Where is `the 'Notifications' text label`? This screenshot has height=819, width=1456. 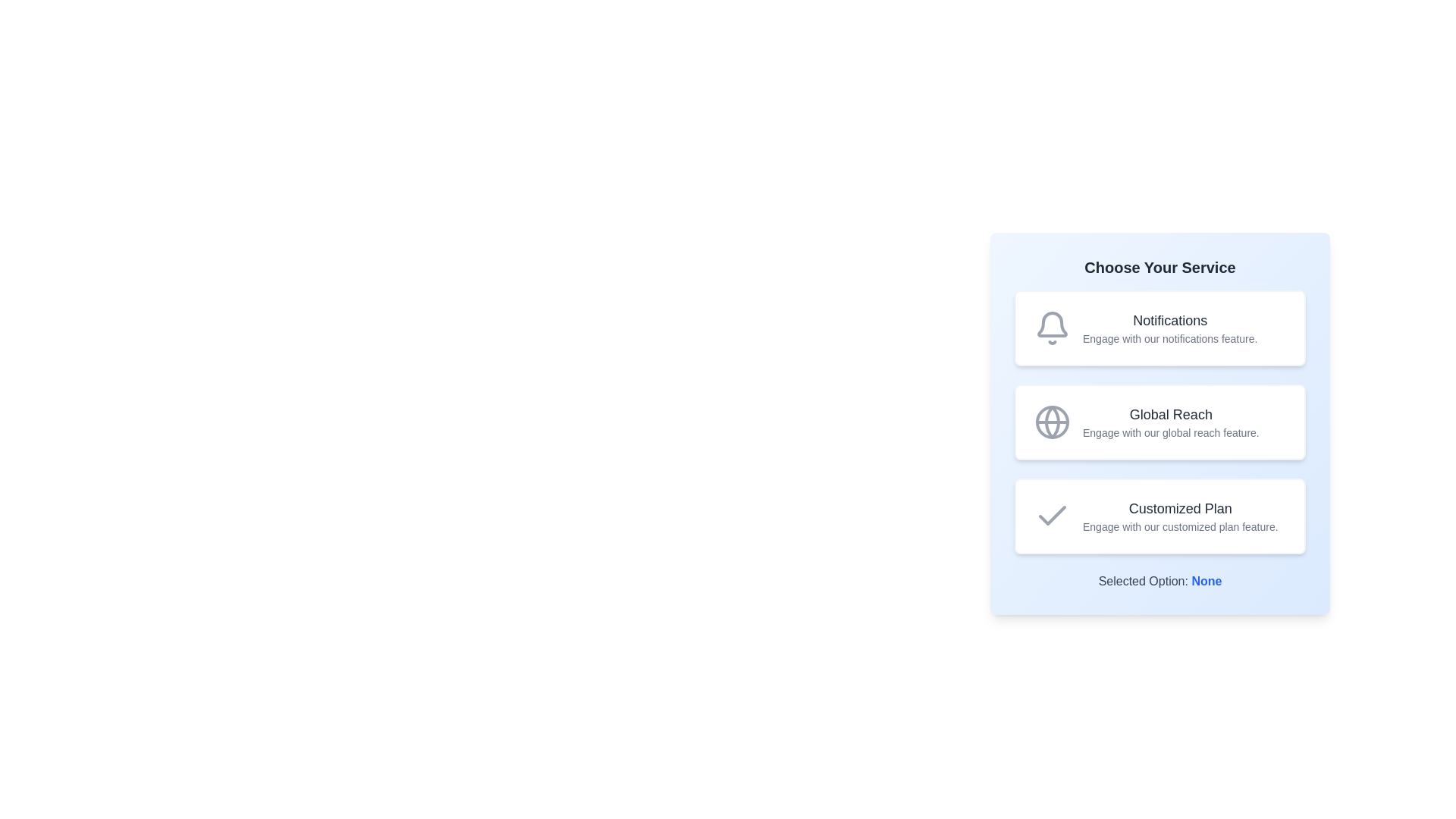
the 'Notifications' text label is located at coordinates (1169, 320).